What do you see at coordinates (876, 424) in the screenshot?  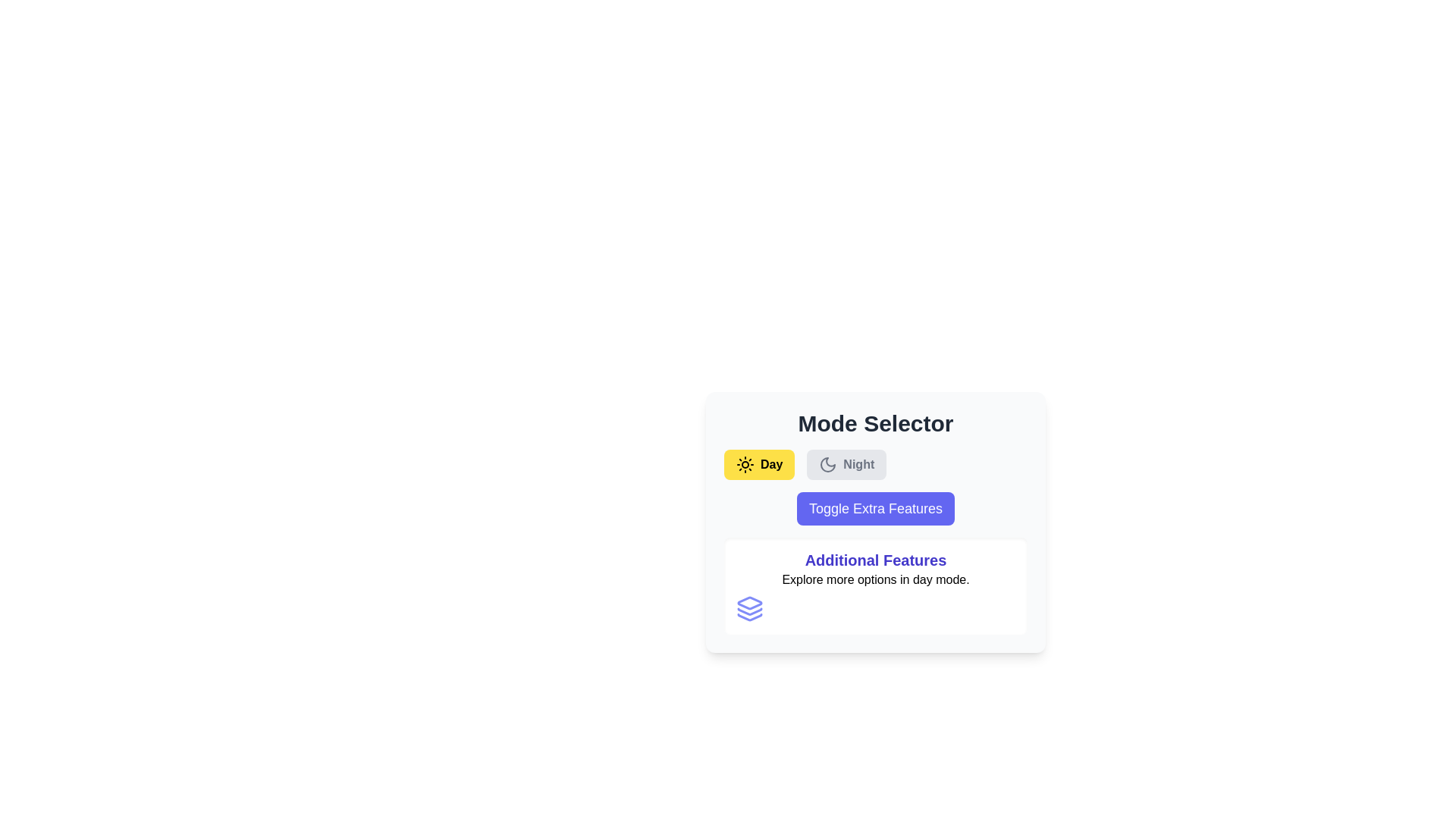 I see `the 'Mode Selector' text label, which serves as a header for the mode selection functionalities` at bounding box center [876, 424].